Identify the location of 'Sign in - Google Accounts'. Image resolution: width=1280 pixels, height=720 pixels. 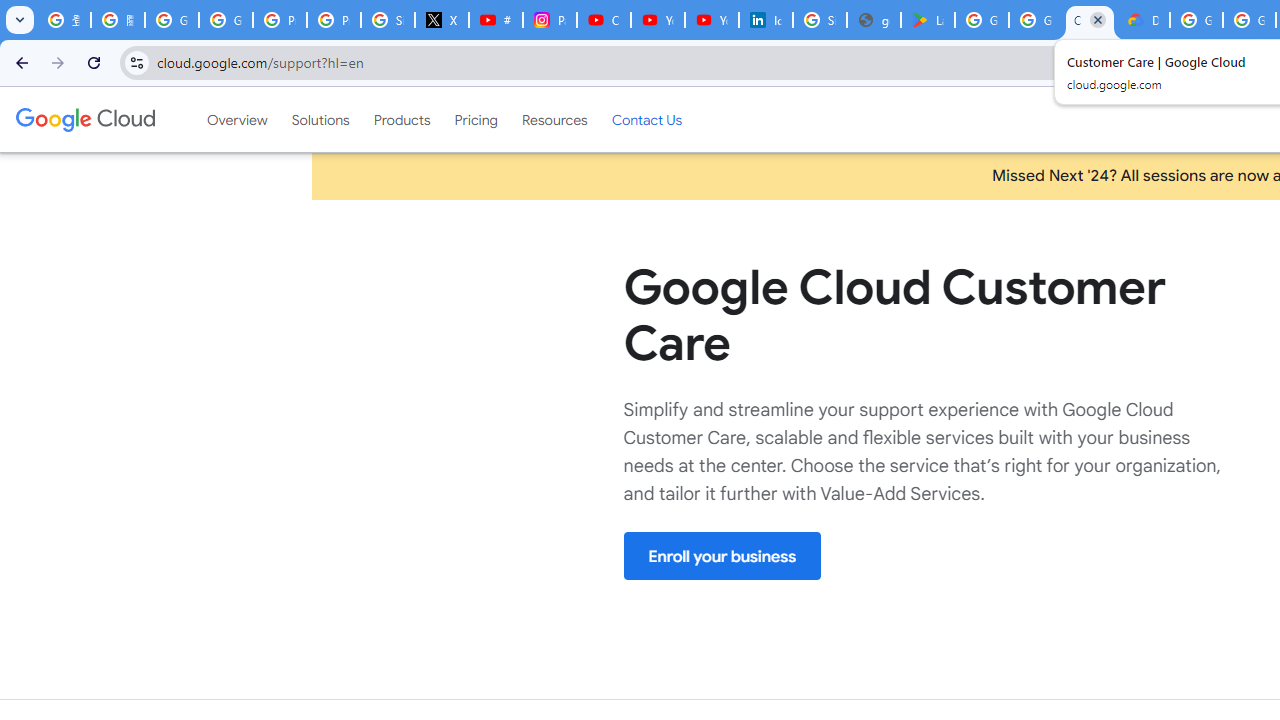
(819, 20).